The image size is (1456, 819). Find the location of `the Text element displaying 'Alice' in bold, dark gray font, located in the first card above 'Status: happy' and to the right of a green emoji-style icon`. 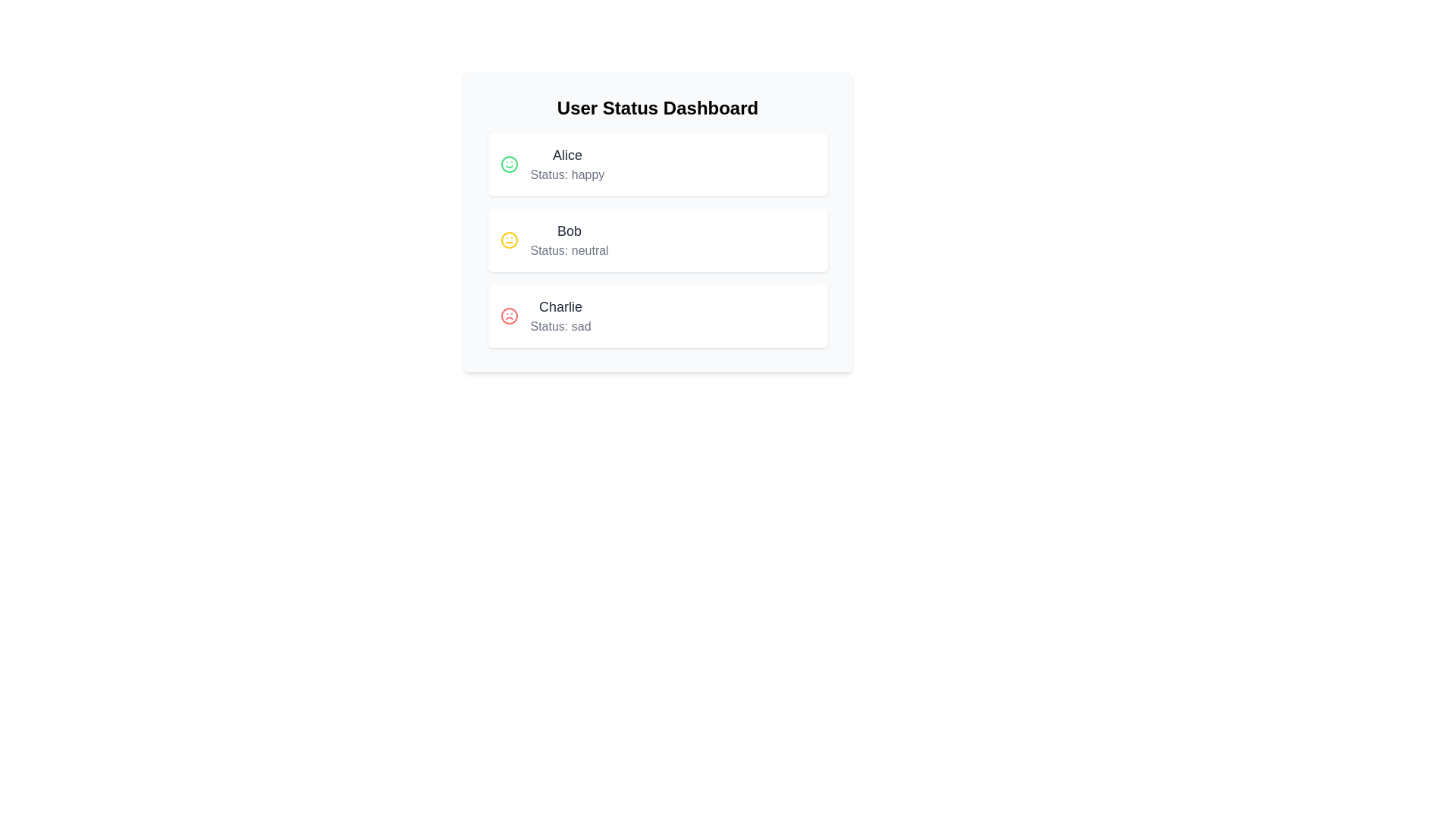

the Text element displaying 'Alice' in bold, dark gray font, located in the first card above 'Status: happy' and to the right of a green emoji-style icon is located at coordinates (566, 155).